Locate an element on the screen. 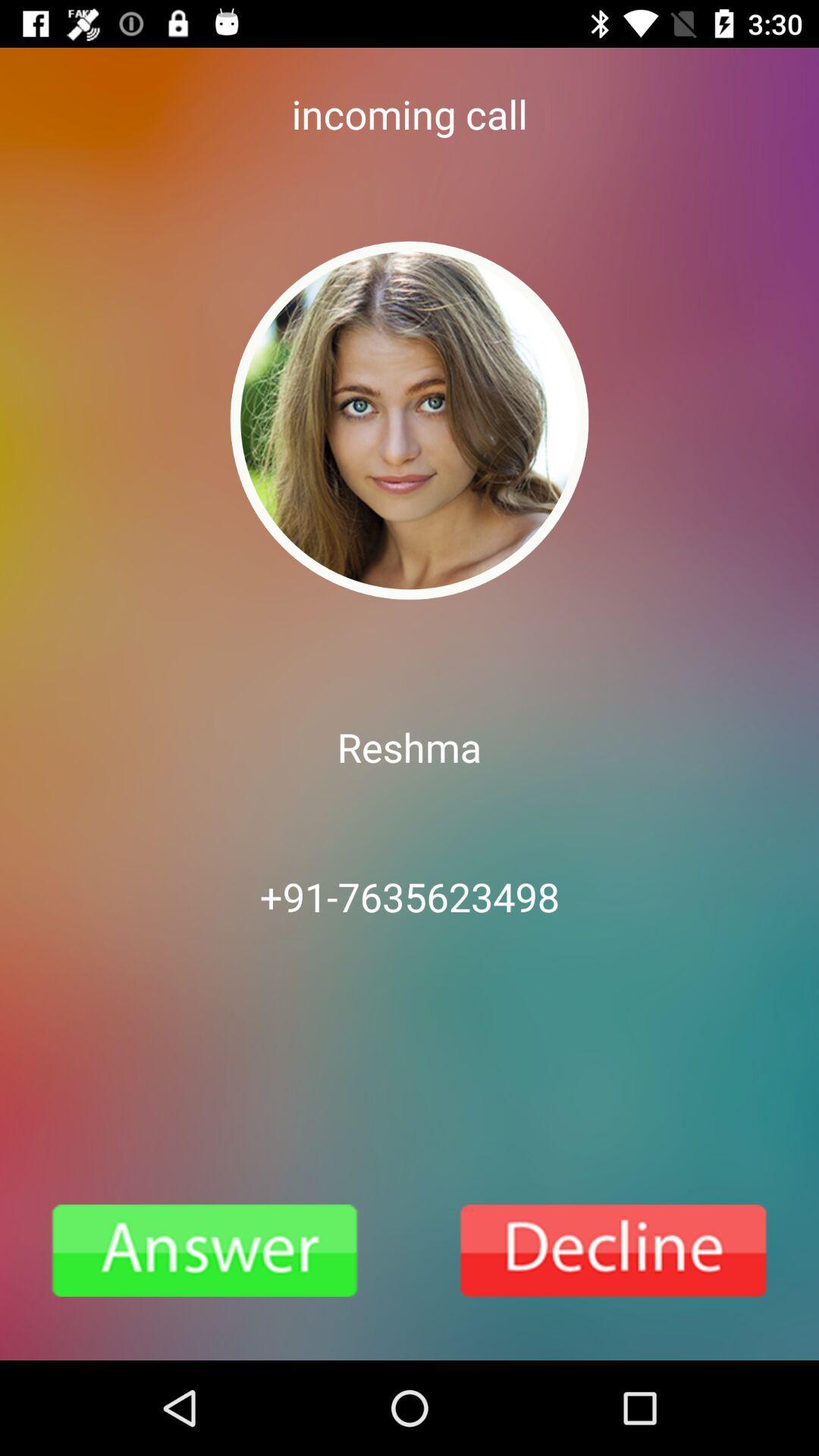 This screenshot has width=819, height=1456. item at the bottom left corner is located at coordinates (205, 1250).